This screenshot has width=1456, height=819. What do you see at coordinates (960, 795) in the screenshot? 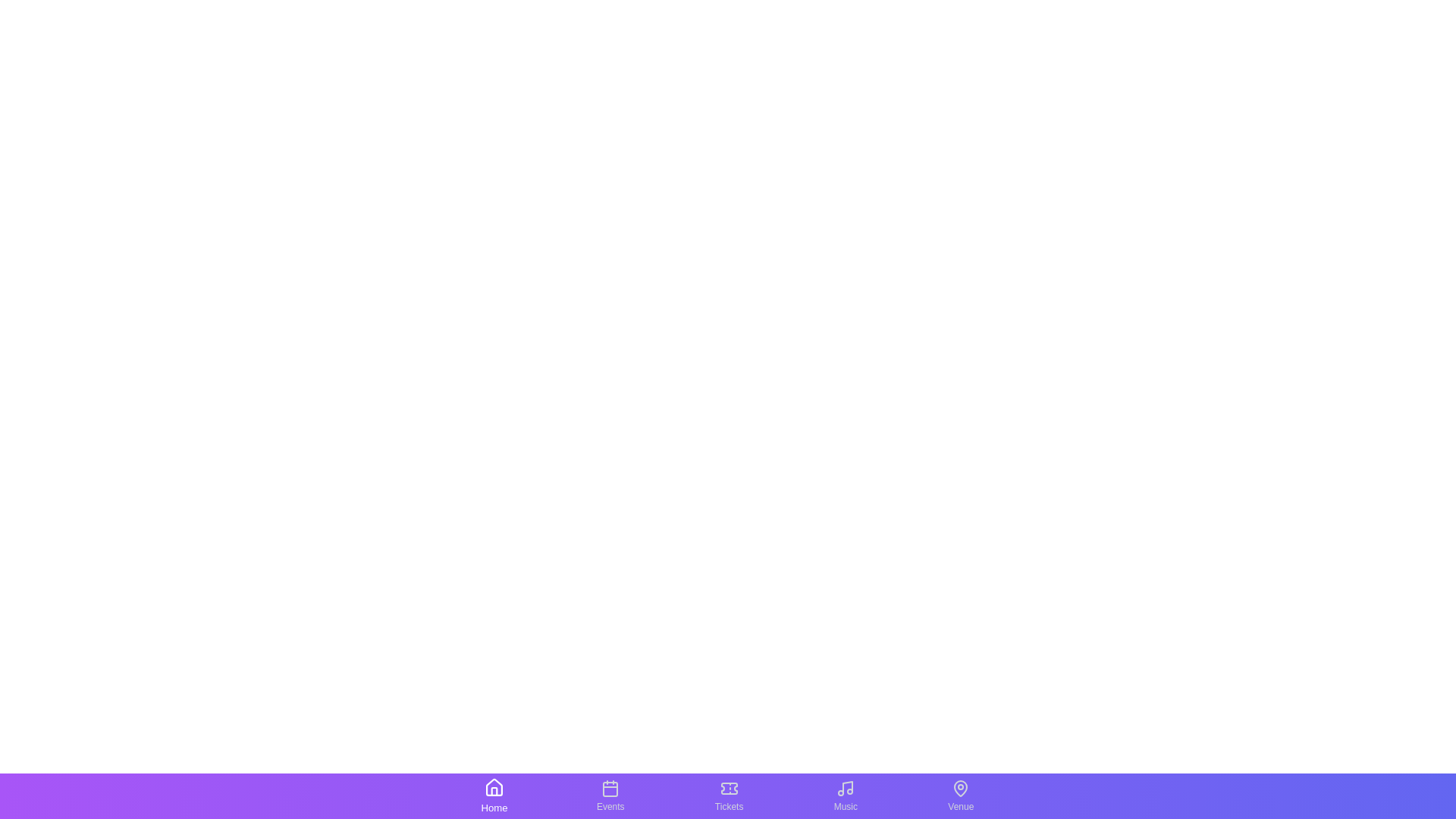
I see `the tab labeled Venue` at bounding box center [960, 795].